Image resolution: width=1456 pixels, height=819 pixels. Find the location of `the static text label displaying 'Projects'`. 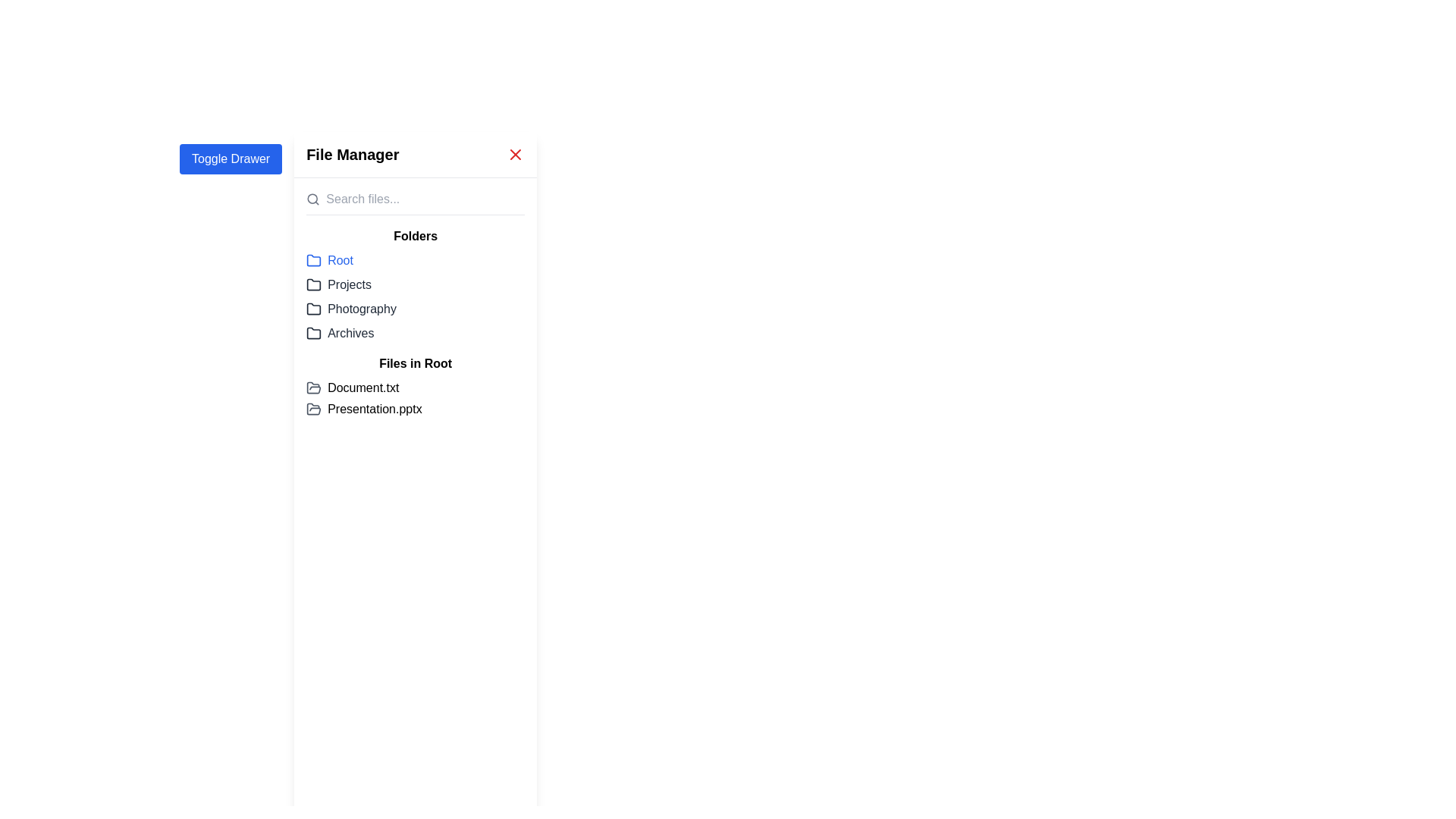

the static text label displaying 'Projects' is located at coordinates (348, 284).